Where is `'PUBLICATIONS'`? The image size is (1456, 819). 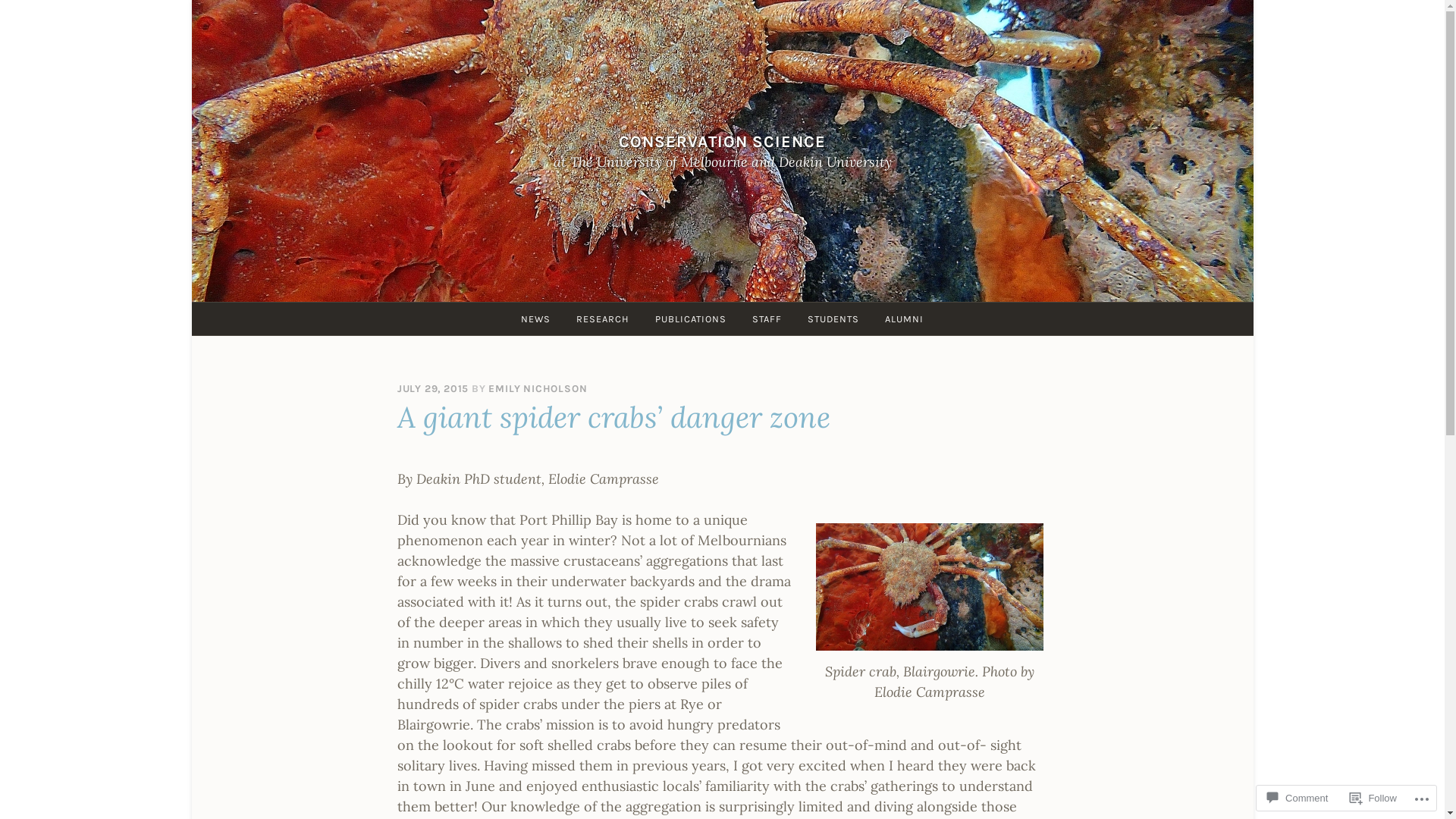 'PUBLICATIONS' is located at coordinates (690, 318).